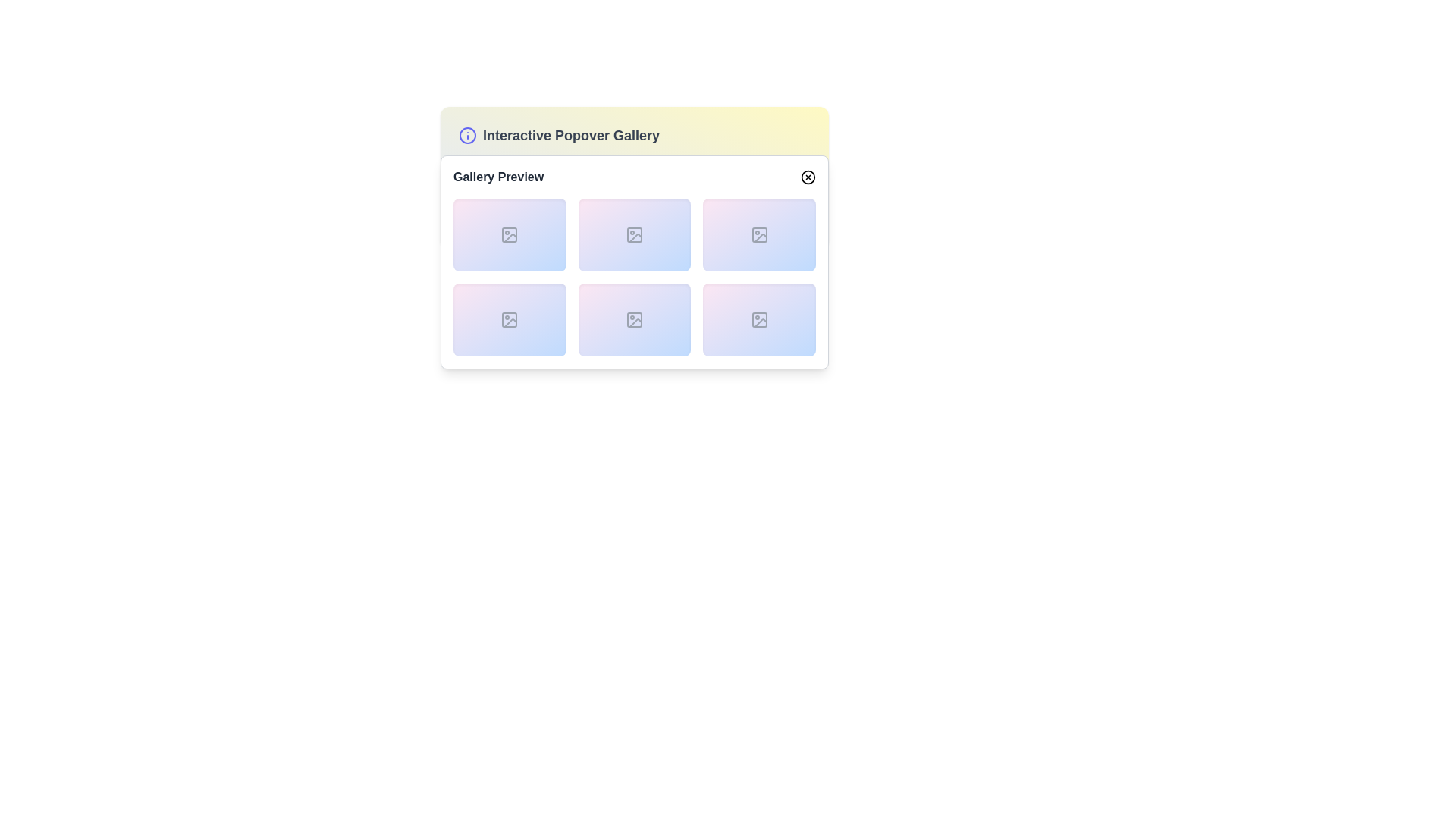  I want to click on the picture frame icon within the 'Gallery Preview' popover, which is styled with a gray color and positioned in the third column of the second row of a 2x3 grid layout, so click(634, 318).